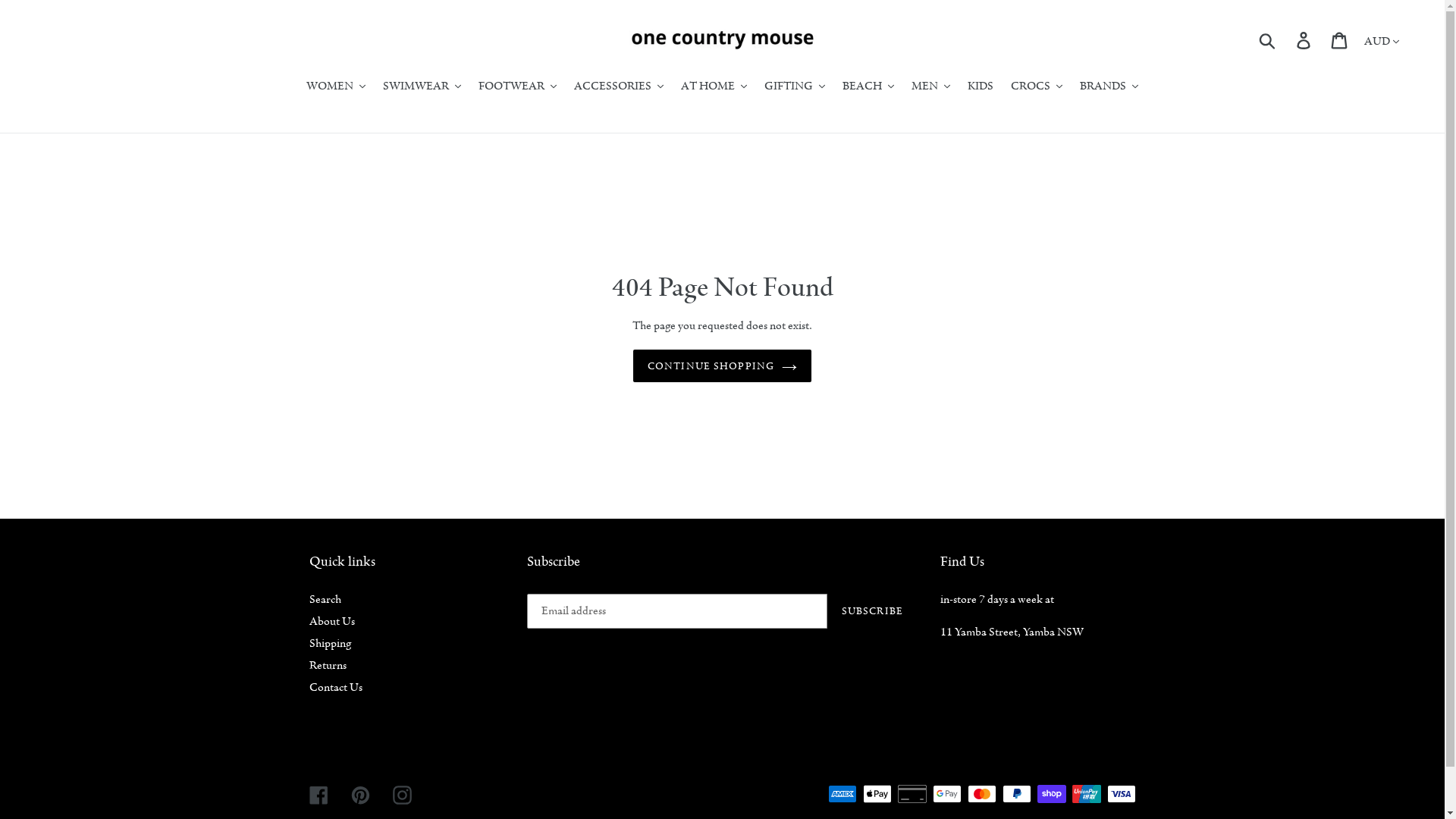 The image size is (1456, 819). I want to click on 'Submit', so click(1268, 39).